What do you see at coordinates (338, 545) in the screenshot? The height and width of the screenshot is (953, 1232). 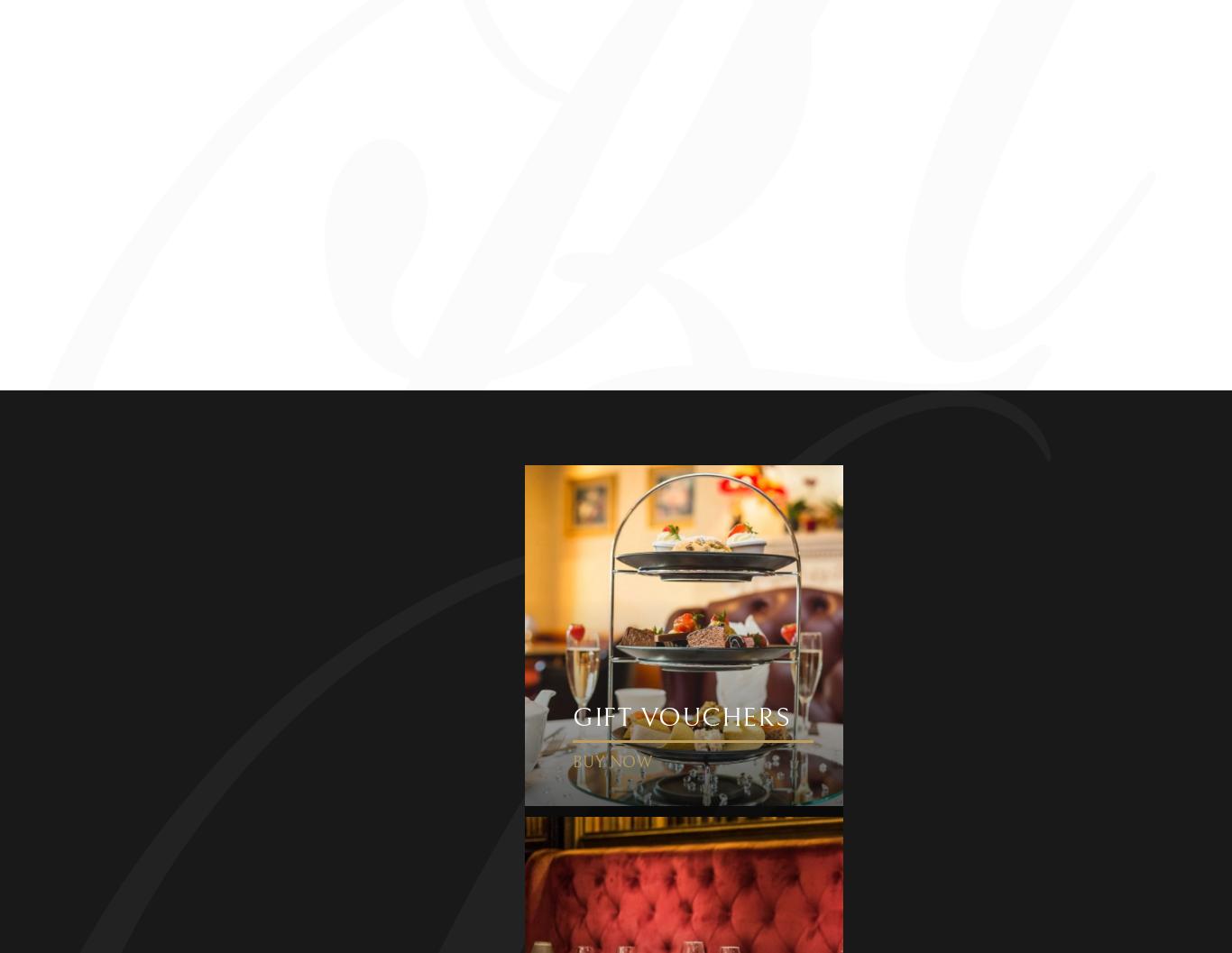 I see `'Outdoor Activities'` at bounding box center [338, 545].